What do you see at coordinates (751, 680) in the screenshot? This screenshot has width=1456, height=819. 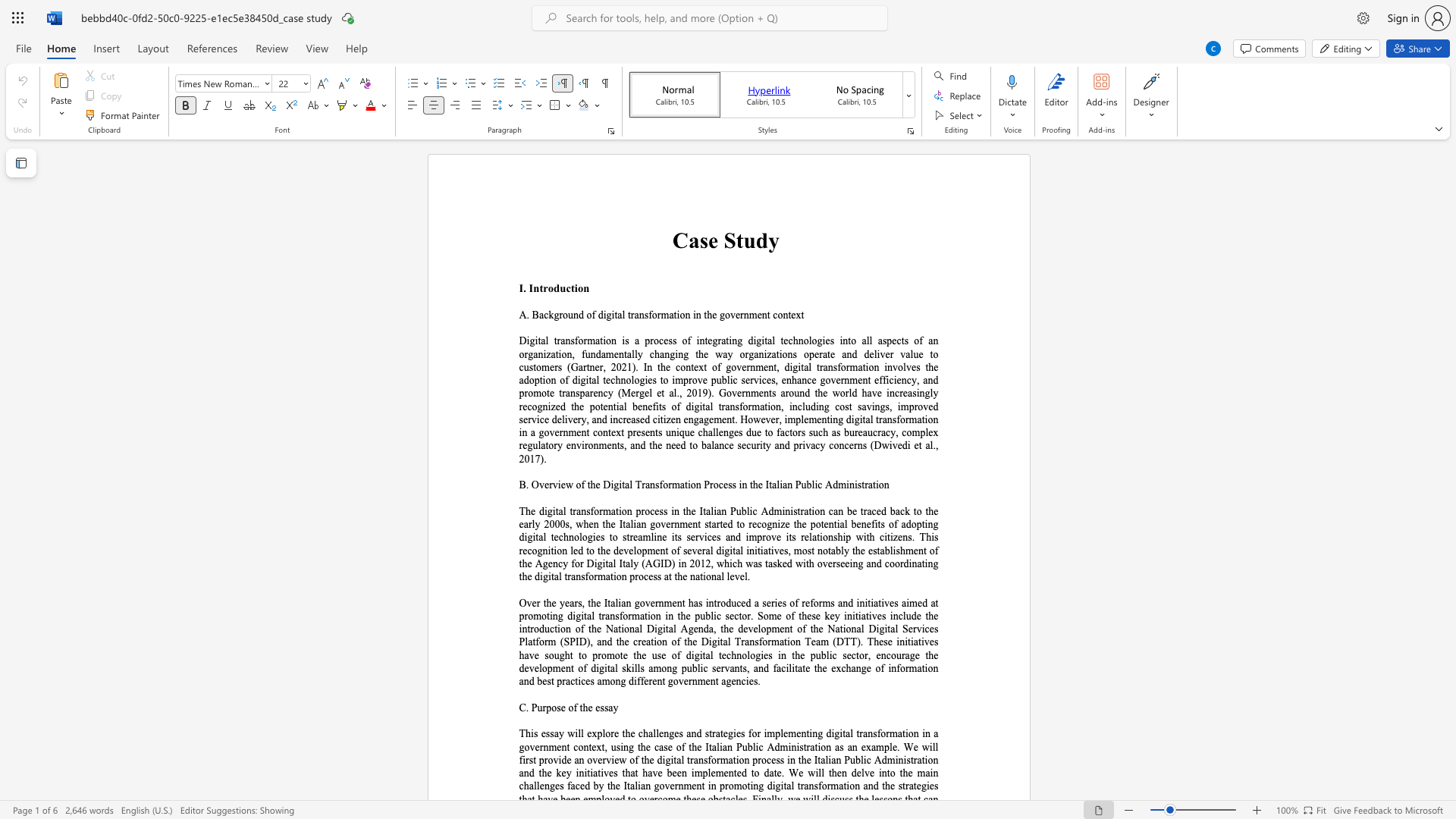 I see `the 13th character "e" in the text` at bounding box center [751, 680].